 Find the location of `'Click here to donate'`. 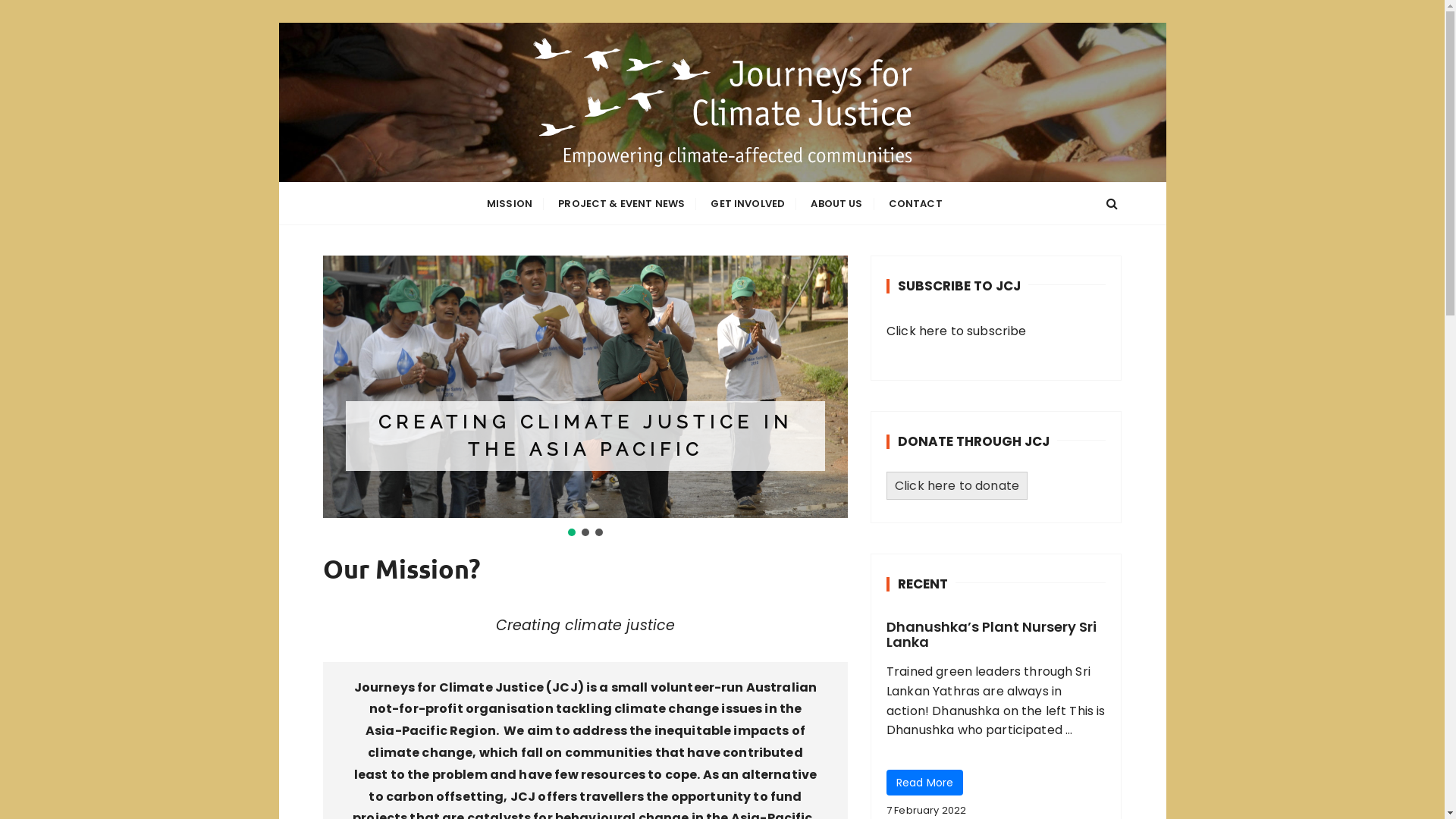

'Click here to donate' is located at coordinates (956, 485).